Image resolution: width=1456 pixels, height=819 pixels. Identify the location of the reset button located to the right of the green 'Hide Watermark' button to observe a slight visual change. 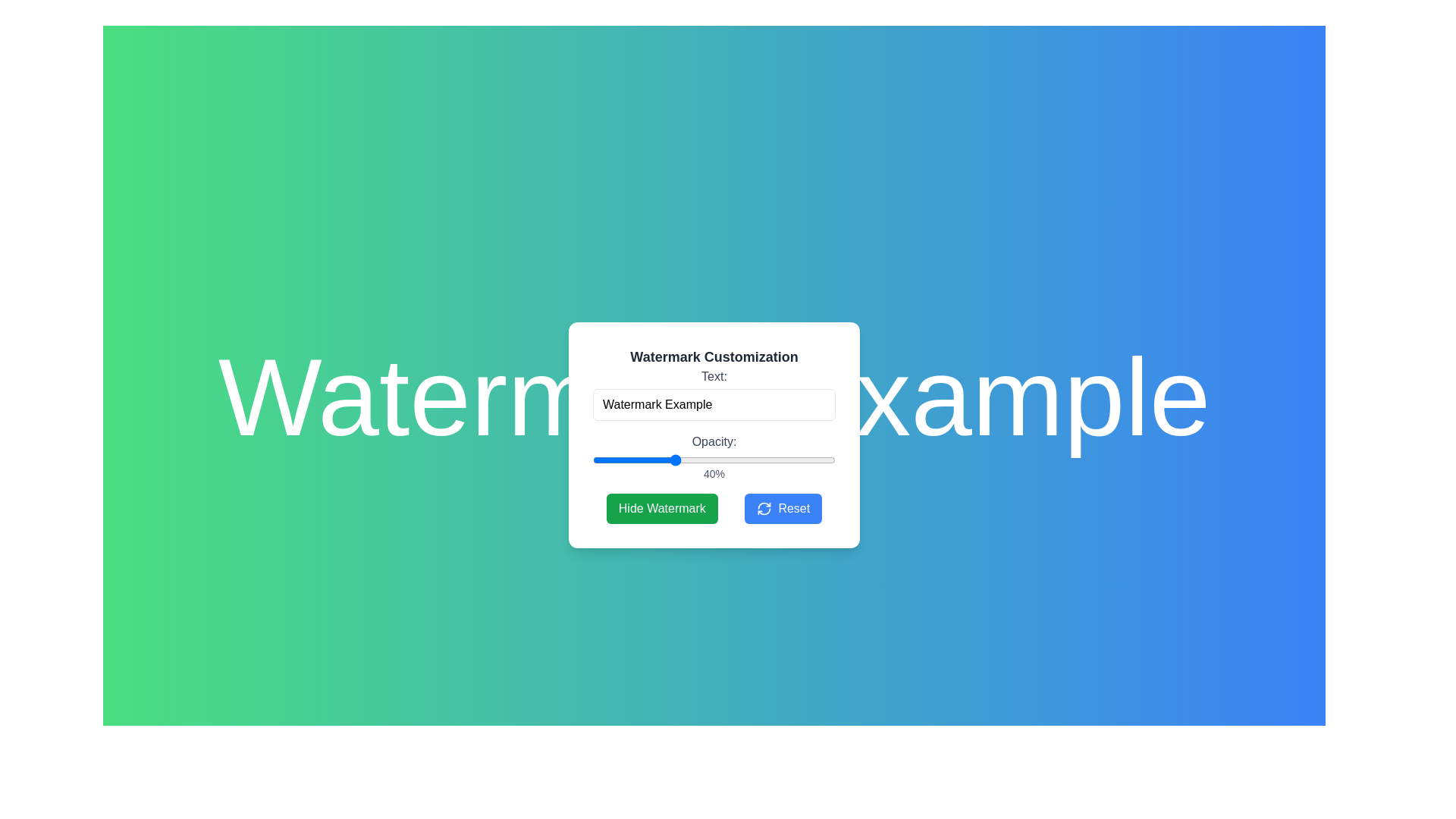
(783, 509).